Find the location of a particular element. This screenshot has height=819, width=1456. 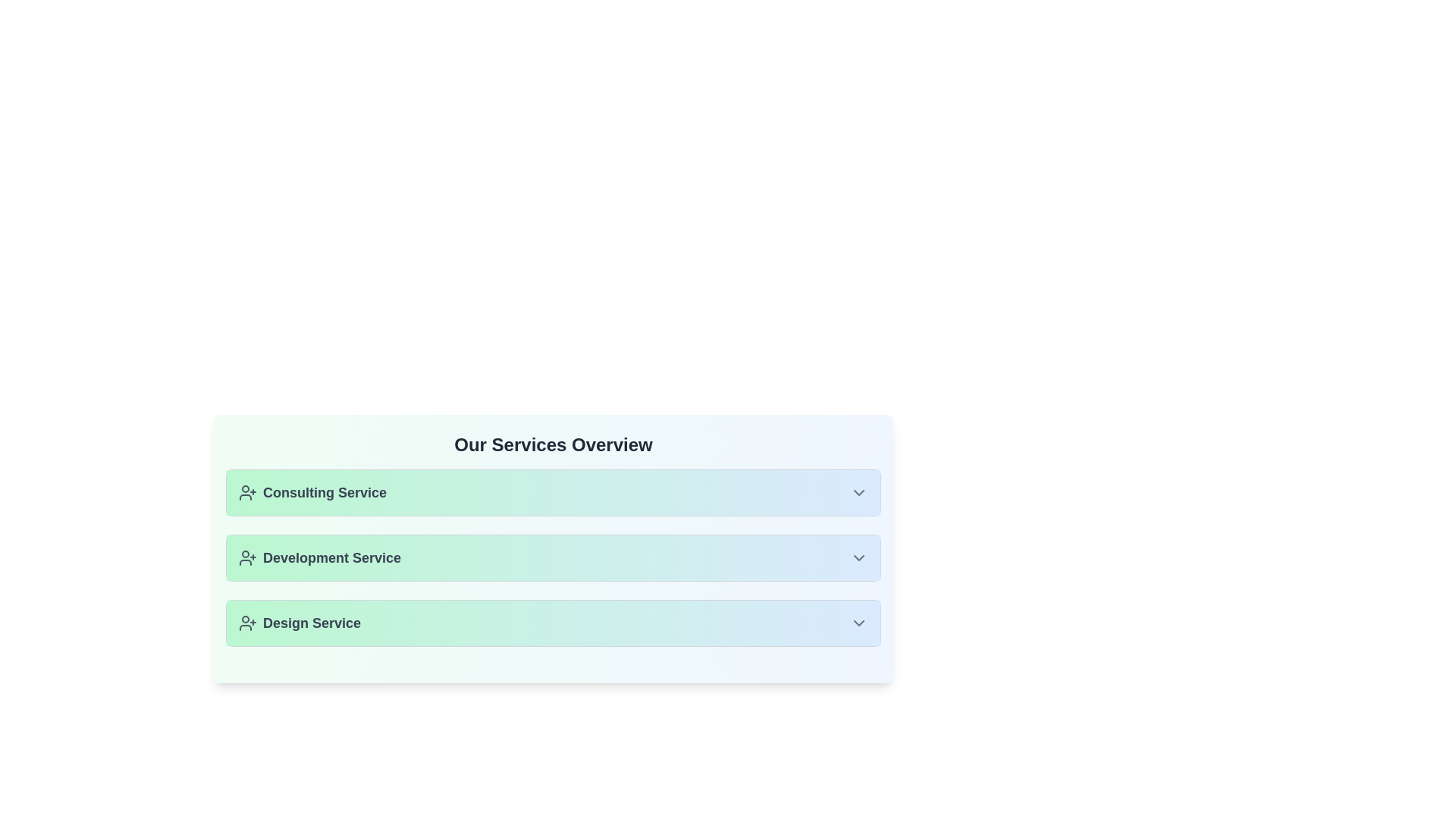

the 'Consulting Service' collapsible header for keyboard navigation is located at coordinates (552, 493).